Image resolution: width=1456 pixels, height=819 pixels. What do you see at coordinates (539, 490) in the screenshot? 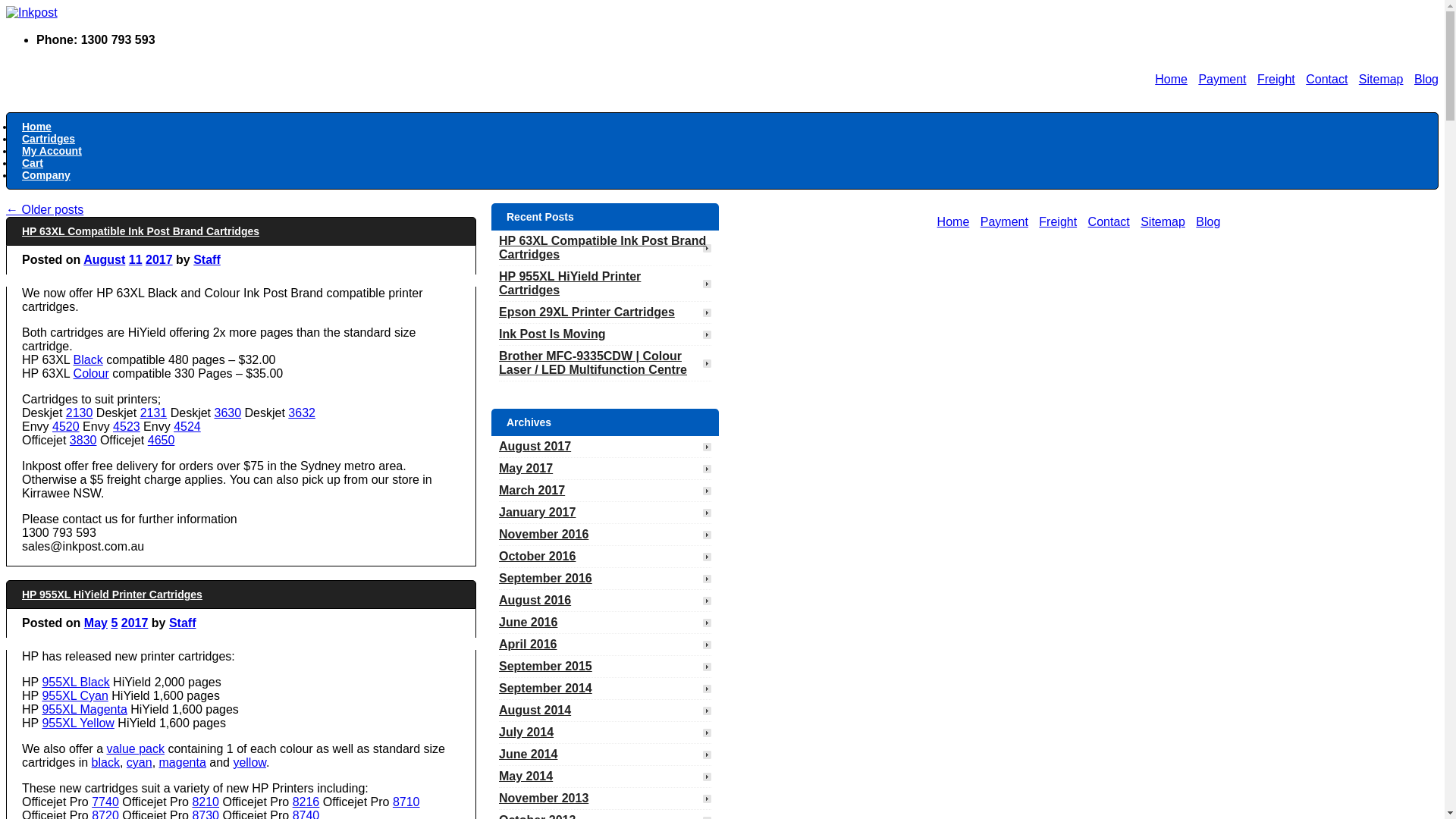
I see `'March 2017'` at bounding box center [539, 490].